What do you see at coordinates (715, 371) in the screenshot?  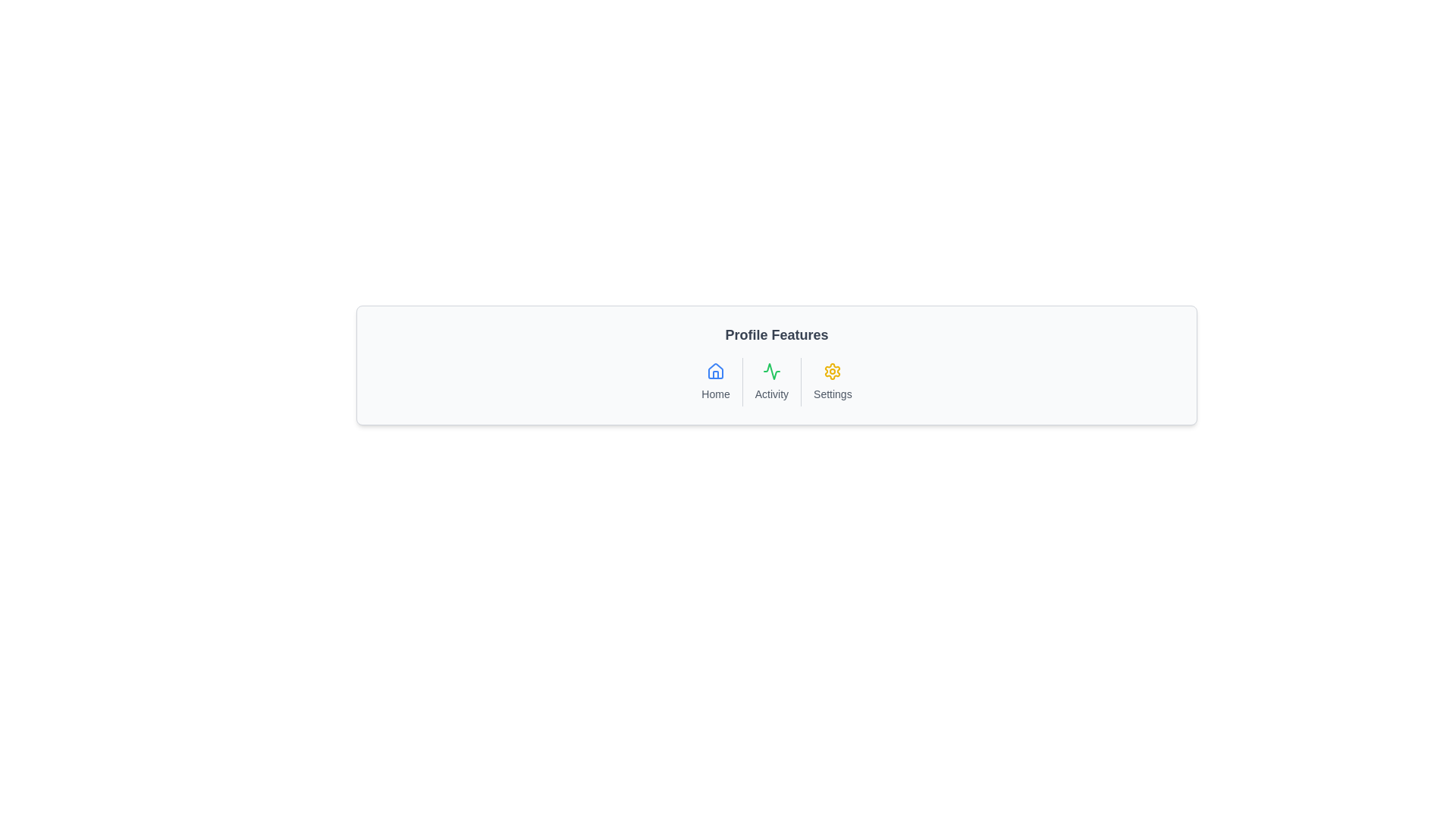 I see `the 'Home' icon, which is a graphical depiction of a house with a pointed roof and rectangular base, located in the 'Profile Features' section` at bounding box center [715, 371].